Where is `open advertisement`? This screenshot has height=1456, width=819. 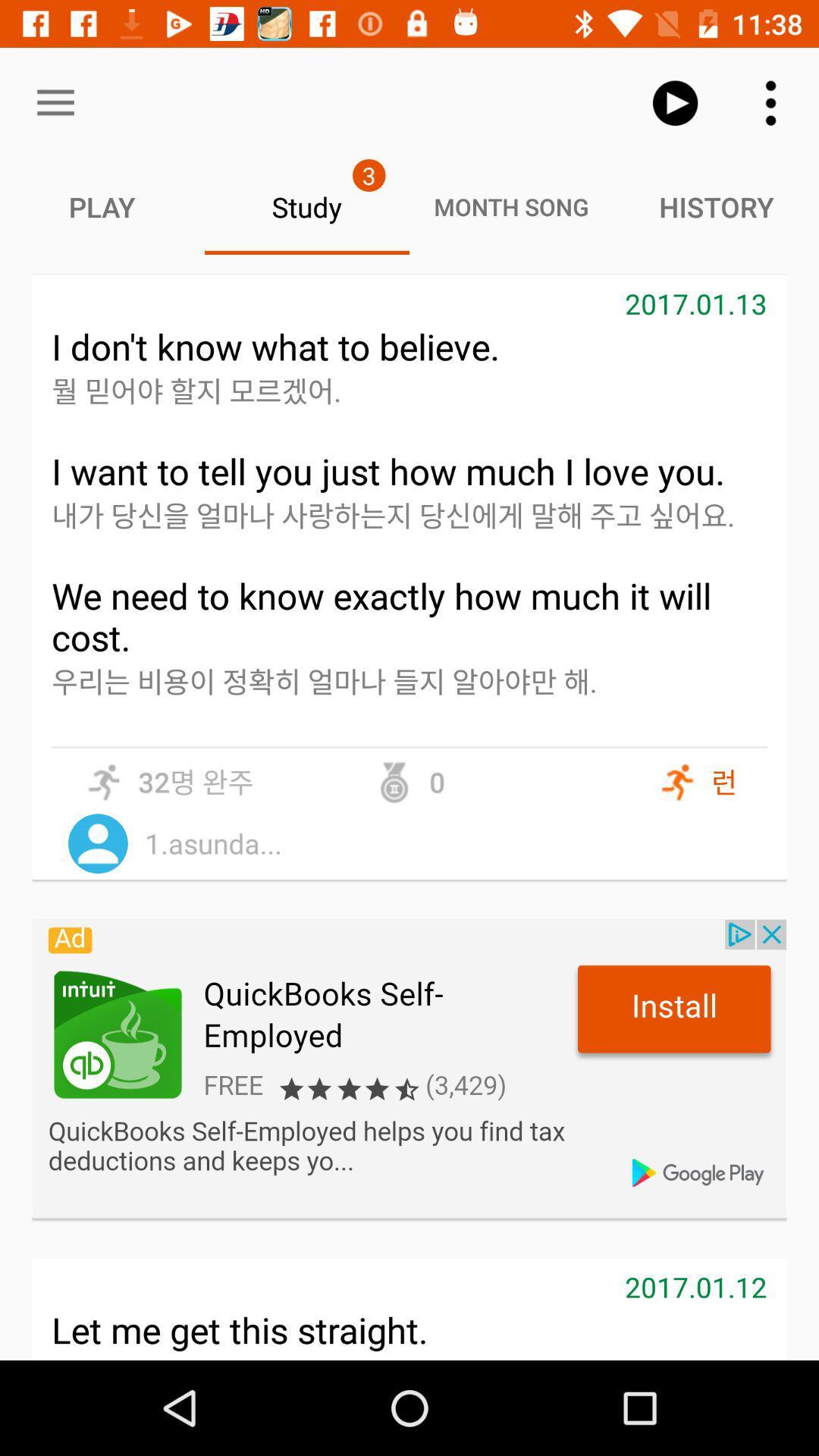 open advertisement is located at coordinates (409, 1068).